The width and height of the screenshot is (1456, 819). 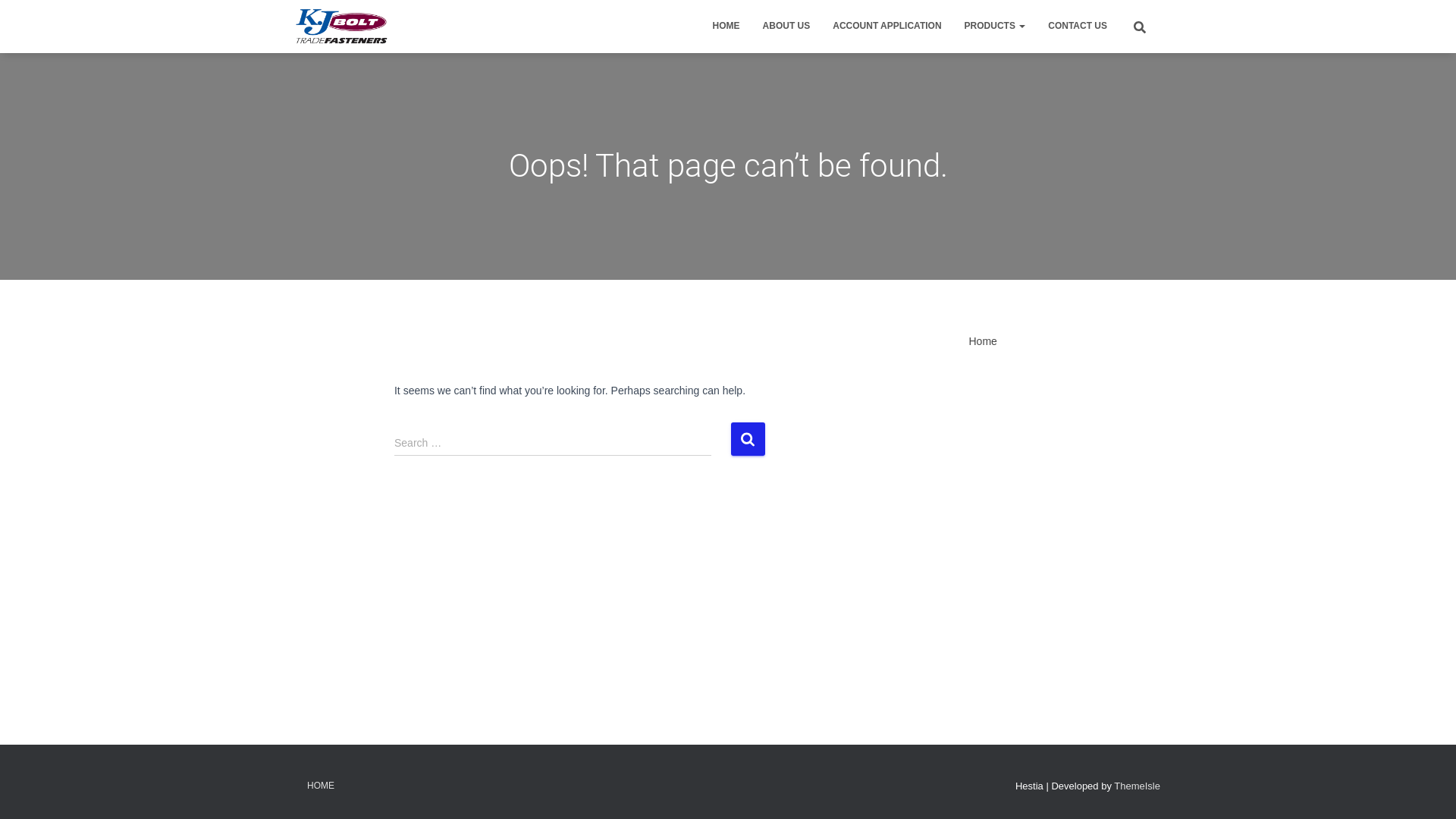 What do you see at coordinates (983, 341) in the screenshot?
I see `'Home'` at bounding box center [983, 341].